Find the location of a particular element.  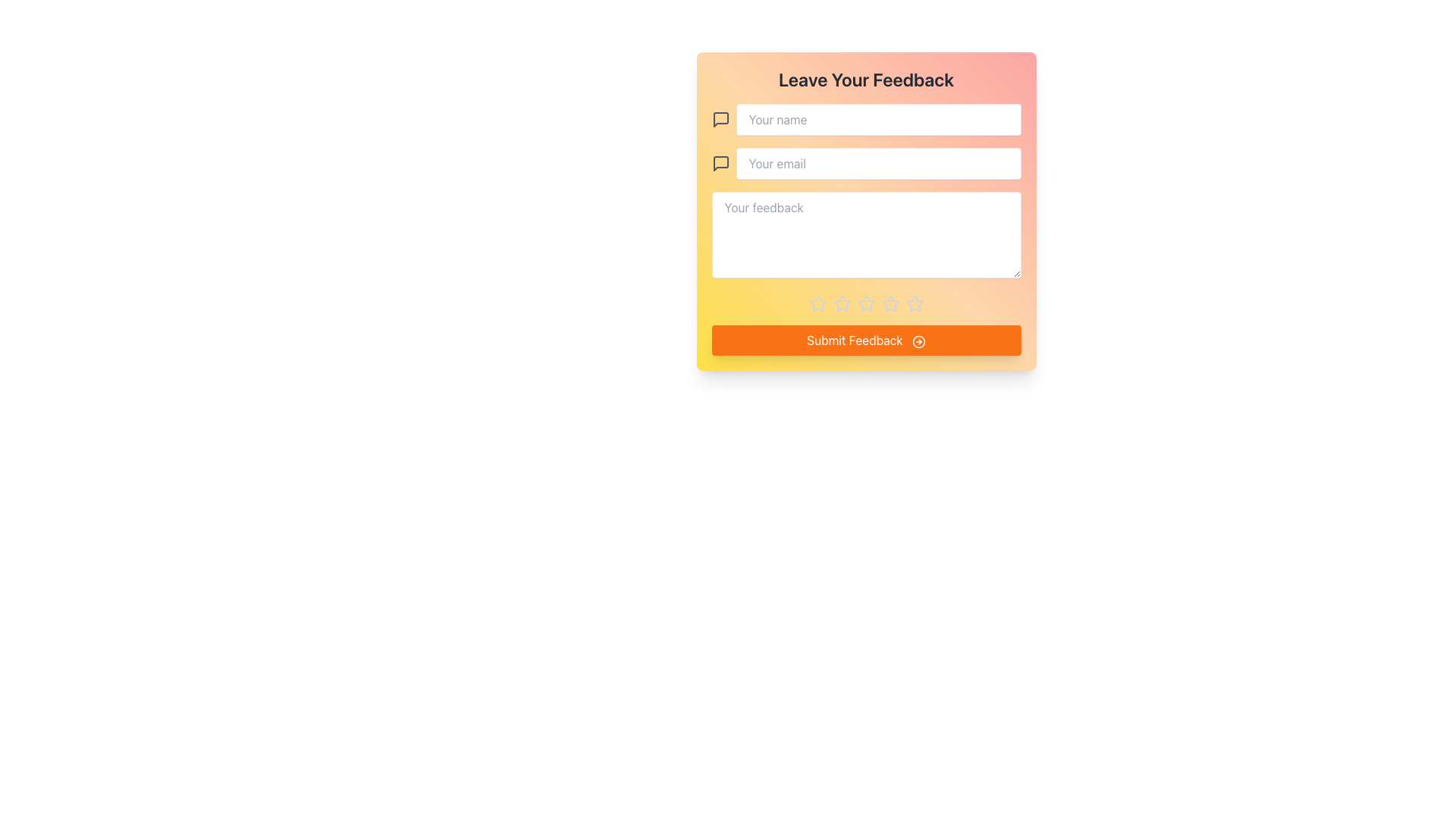

the third star-shaped icon with a gray outline and hollow center to provide a rating in the star rating component located below the feedback input form is located at coordinates (841, 304).